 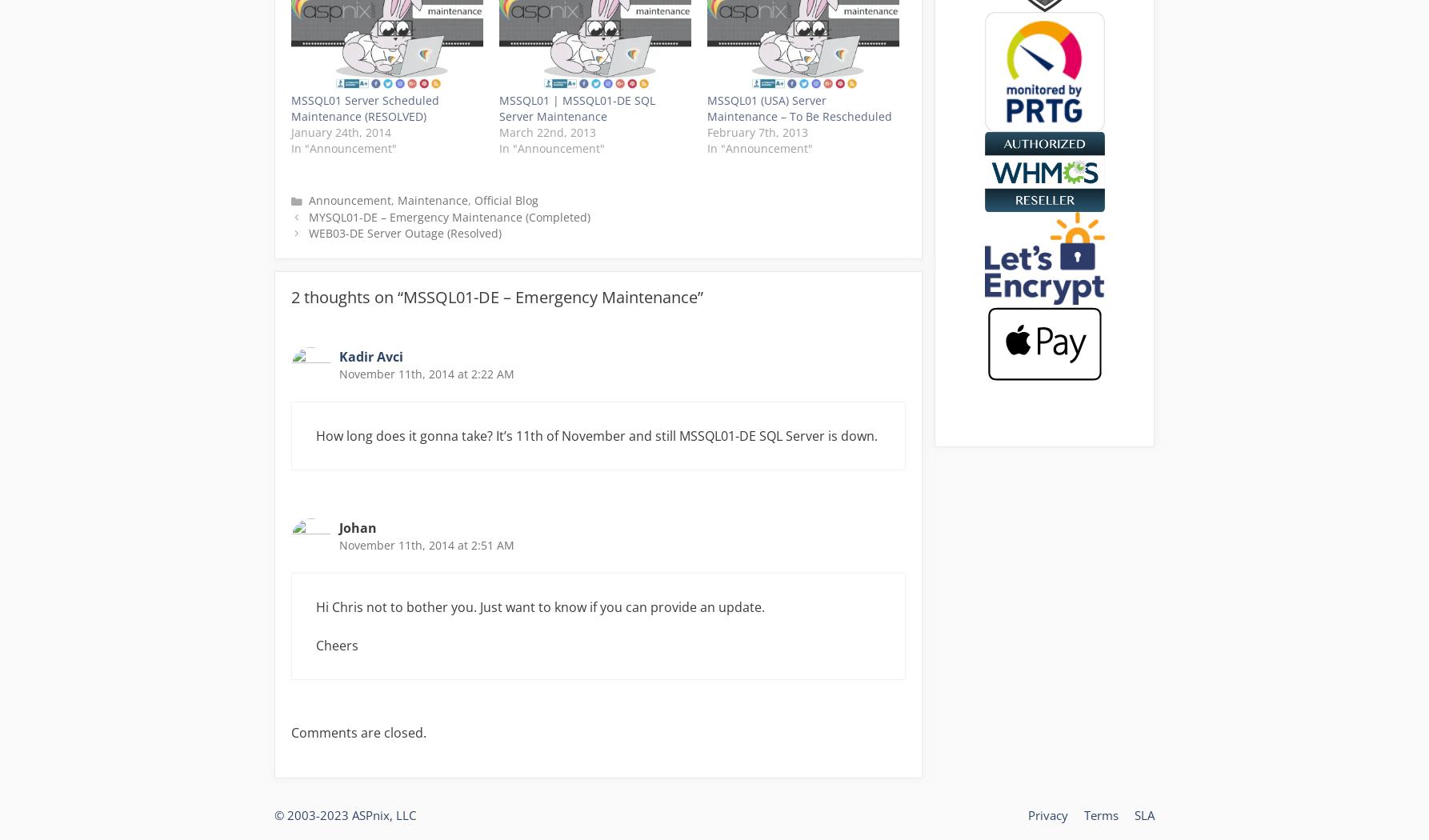 What do you see at coordinates (274, 814) in the screenshot?
I see `'© 2003-2023'` at bounding box center [274, 814].